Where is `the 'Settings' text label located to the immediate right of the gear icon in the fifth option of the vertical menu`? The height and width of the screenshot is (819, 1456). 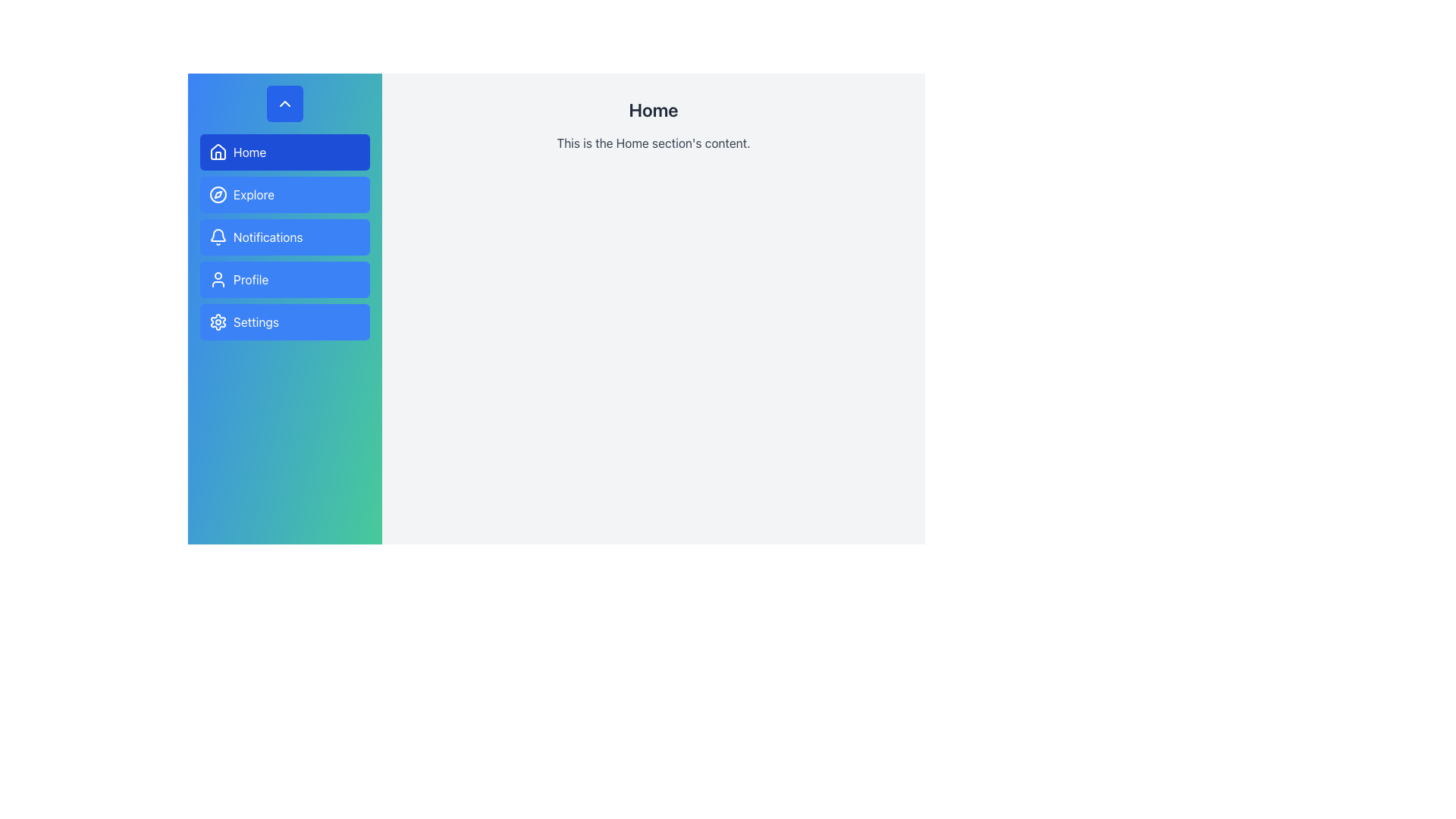 the 'Settings' text label located to the immediate right of the gear icon in the fifth option of the vertical menu is located at coordinates (256, 321).